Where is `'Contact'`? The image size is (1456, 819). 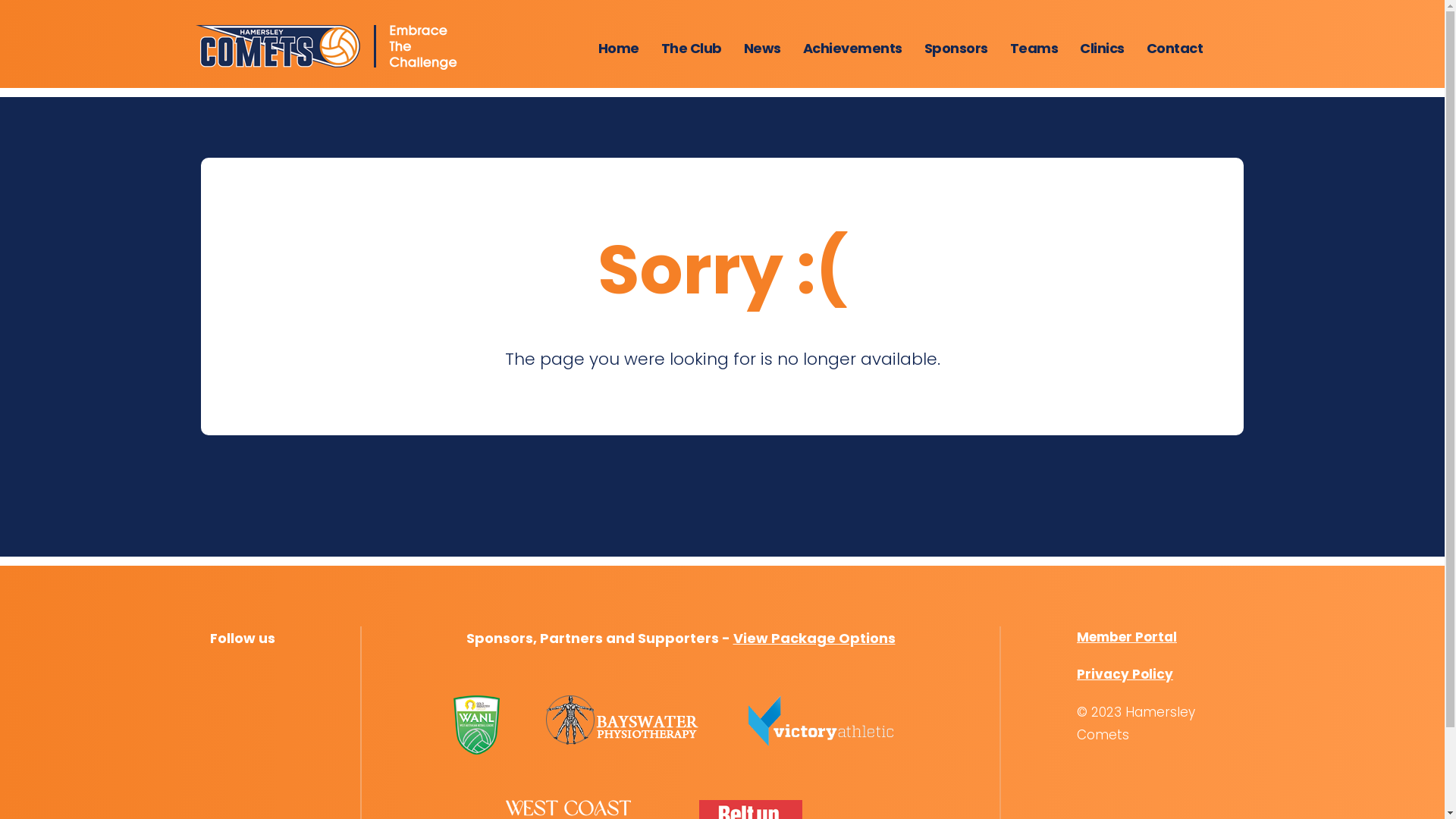
'Contact' is located at coordinates (1174, 47).